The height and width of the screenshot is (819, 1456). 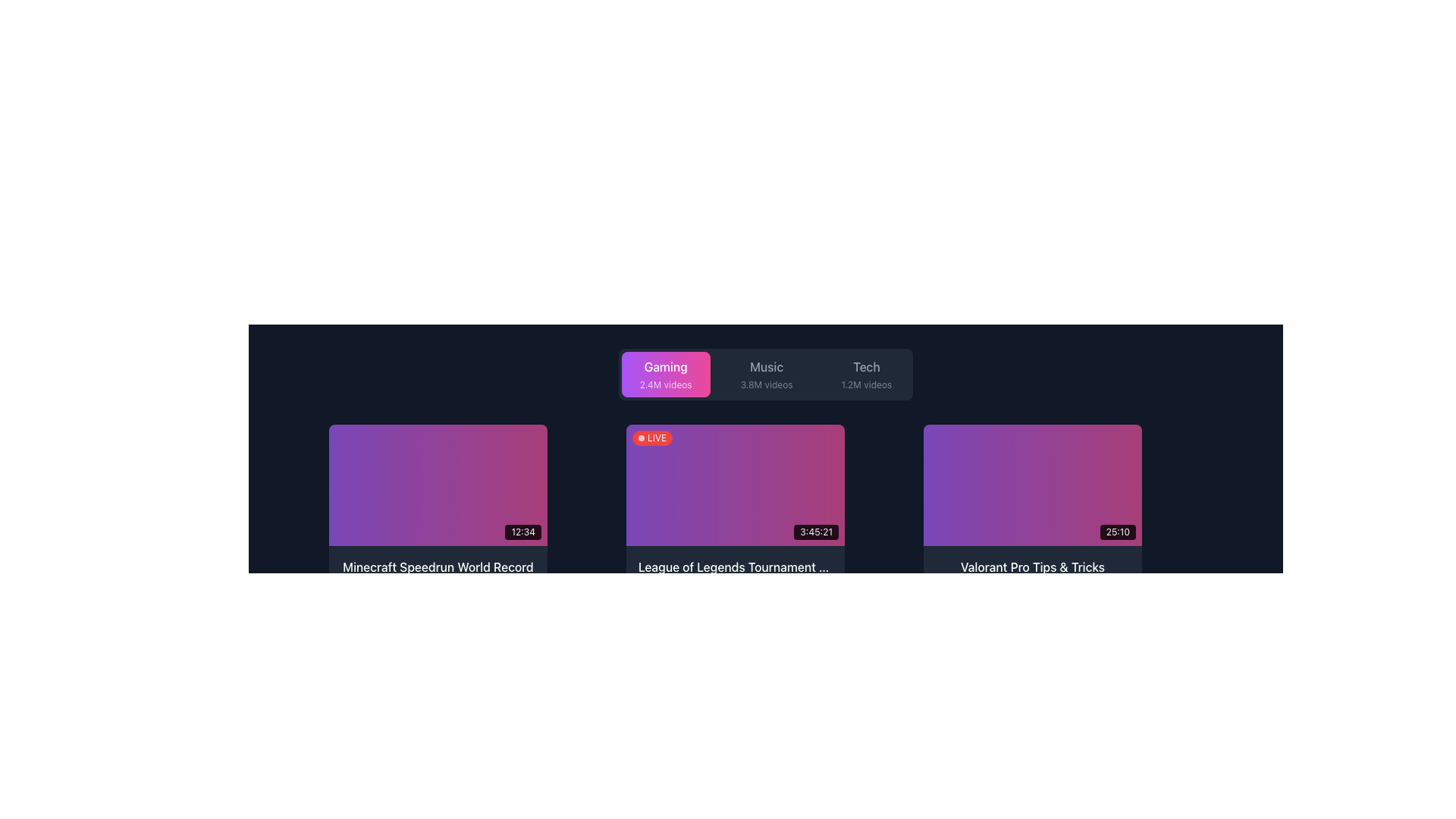 What do you see at coordinates (765, 374) in the screenshot?
I see `the 'Music' segment of the horizontal menu bar` at bounding box center [765, 374].